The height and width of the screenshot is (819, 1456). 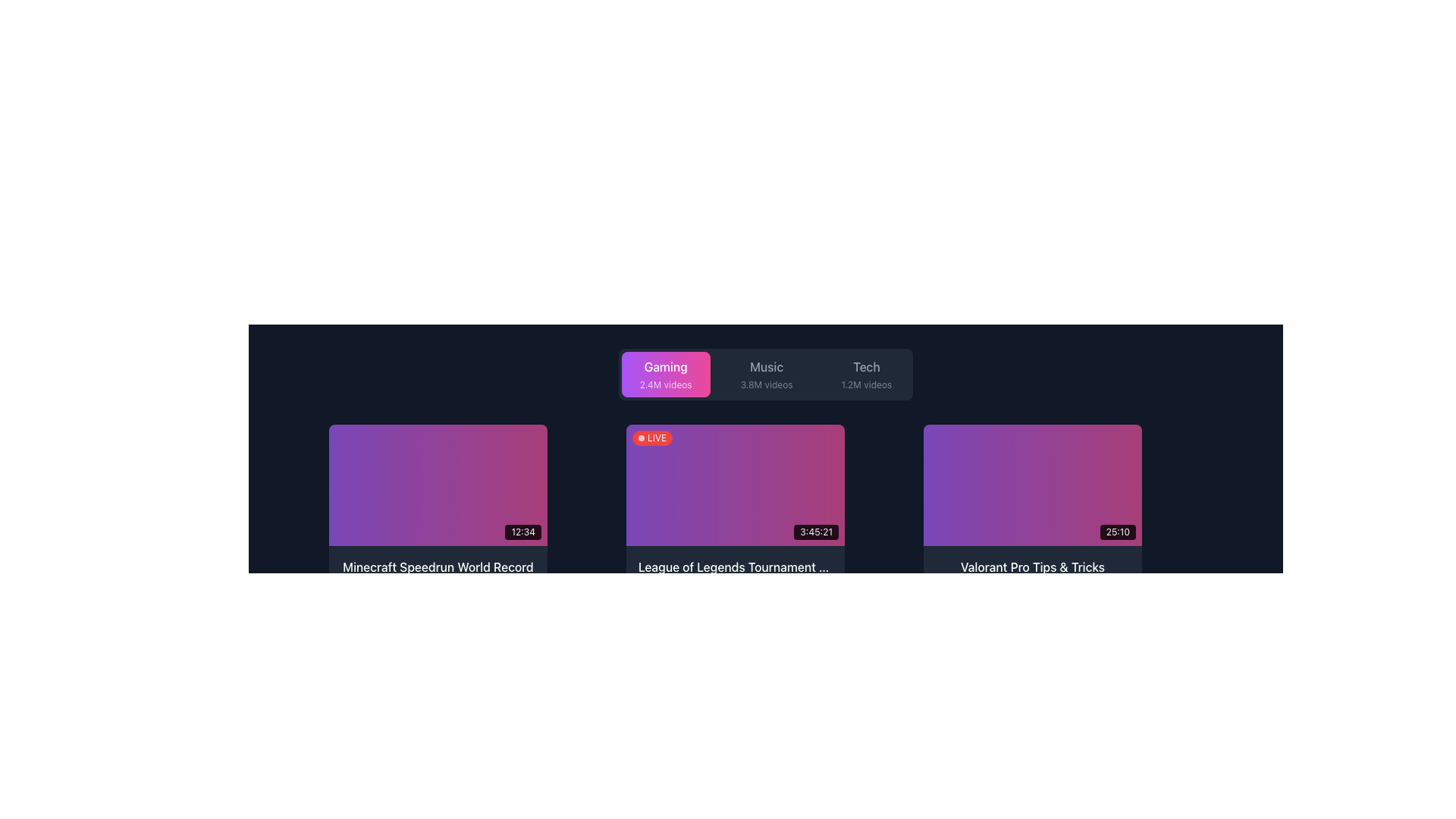 What do you see at coordinates (765, 374) in the screenshot?
I see `the 'Music' segment of the horizontal menu bar` at bounding box center [765, 374].